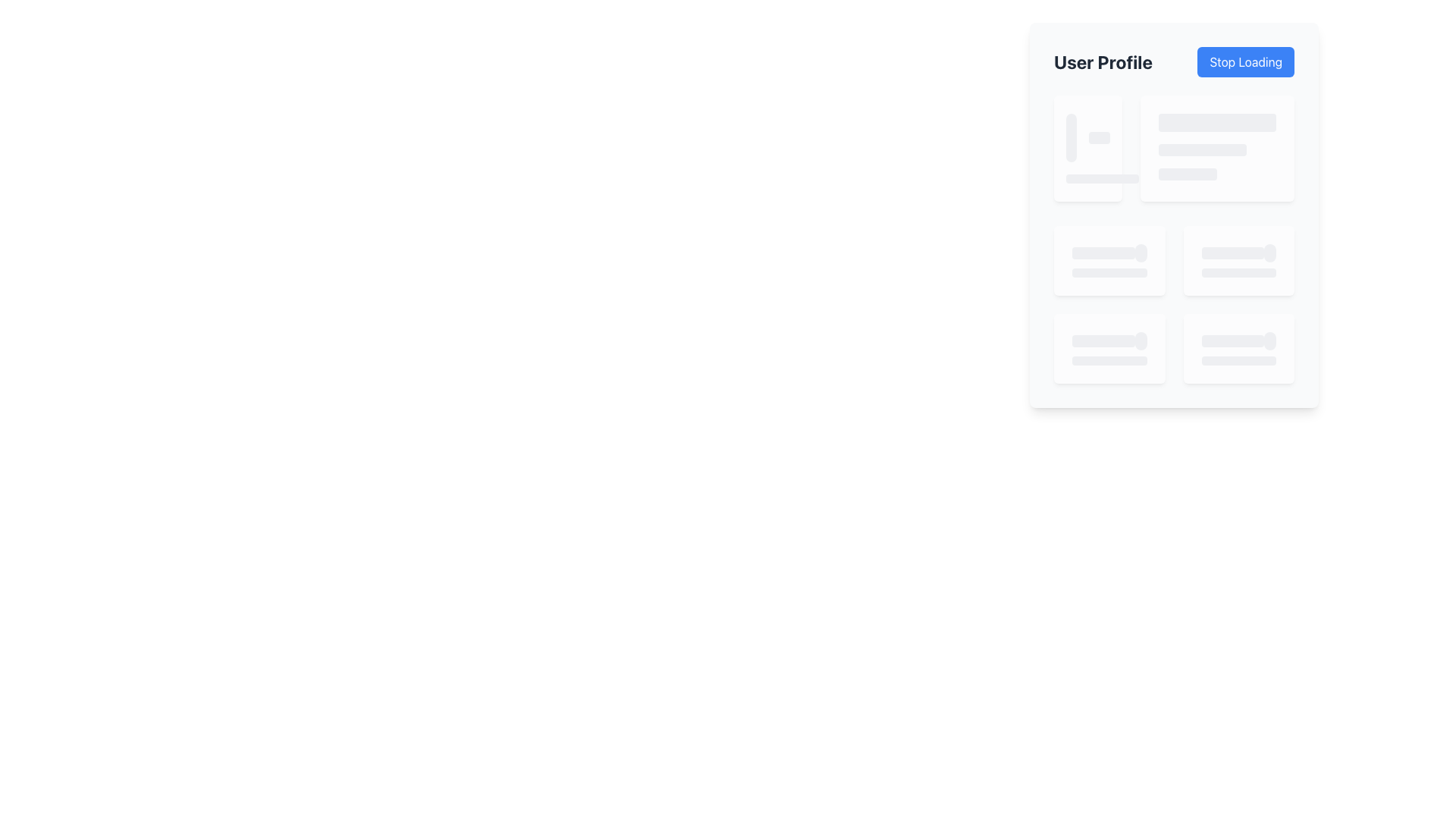  What do you see at coordinates (1238, 271) in the screenshot?
I see `the progress bar, which is a thin rectangle with a light gray background and rounded edges, positioned at the bottom of the card in the second column of a grid layout` at bounding box center [1238, 271].